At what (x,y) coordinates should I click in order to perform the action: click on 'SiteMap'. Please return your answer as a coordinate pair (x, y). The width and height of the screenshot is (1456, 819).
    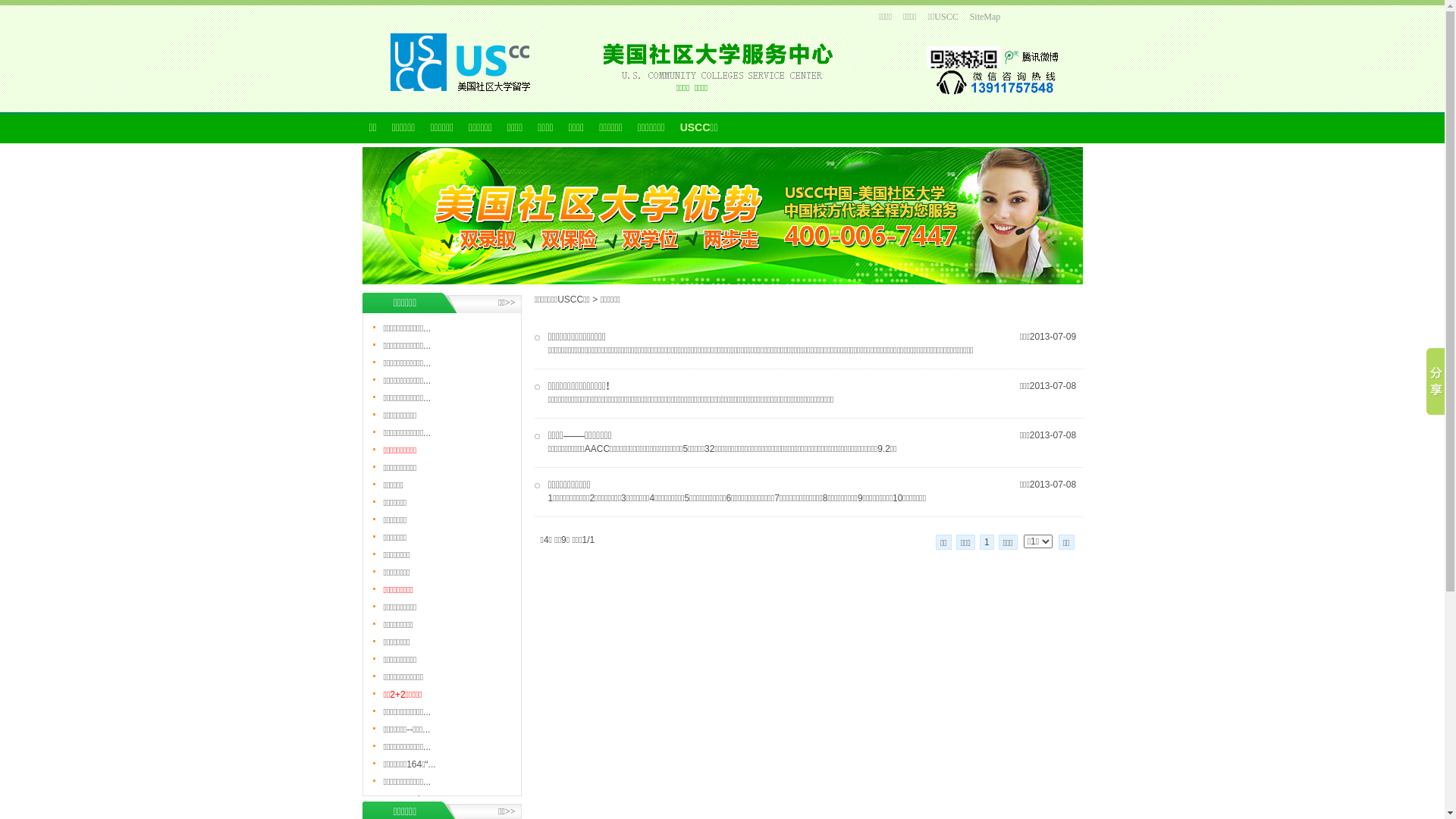
    Looking at the image, I should click on (968, 17).